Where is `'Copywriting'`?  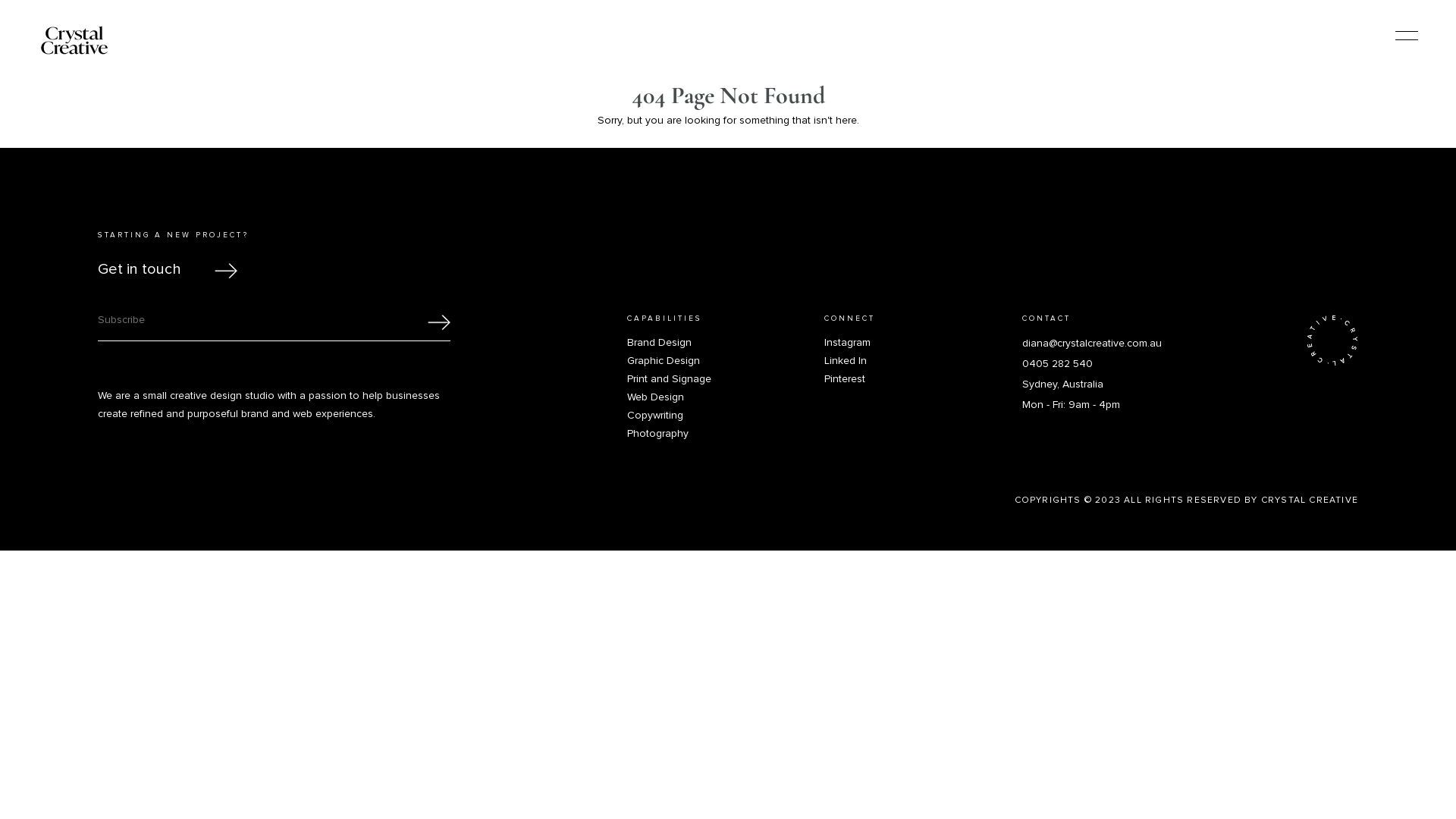
'Copywriting' is located at coordinates (724, 415).